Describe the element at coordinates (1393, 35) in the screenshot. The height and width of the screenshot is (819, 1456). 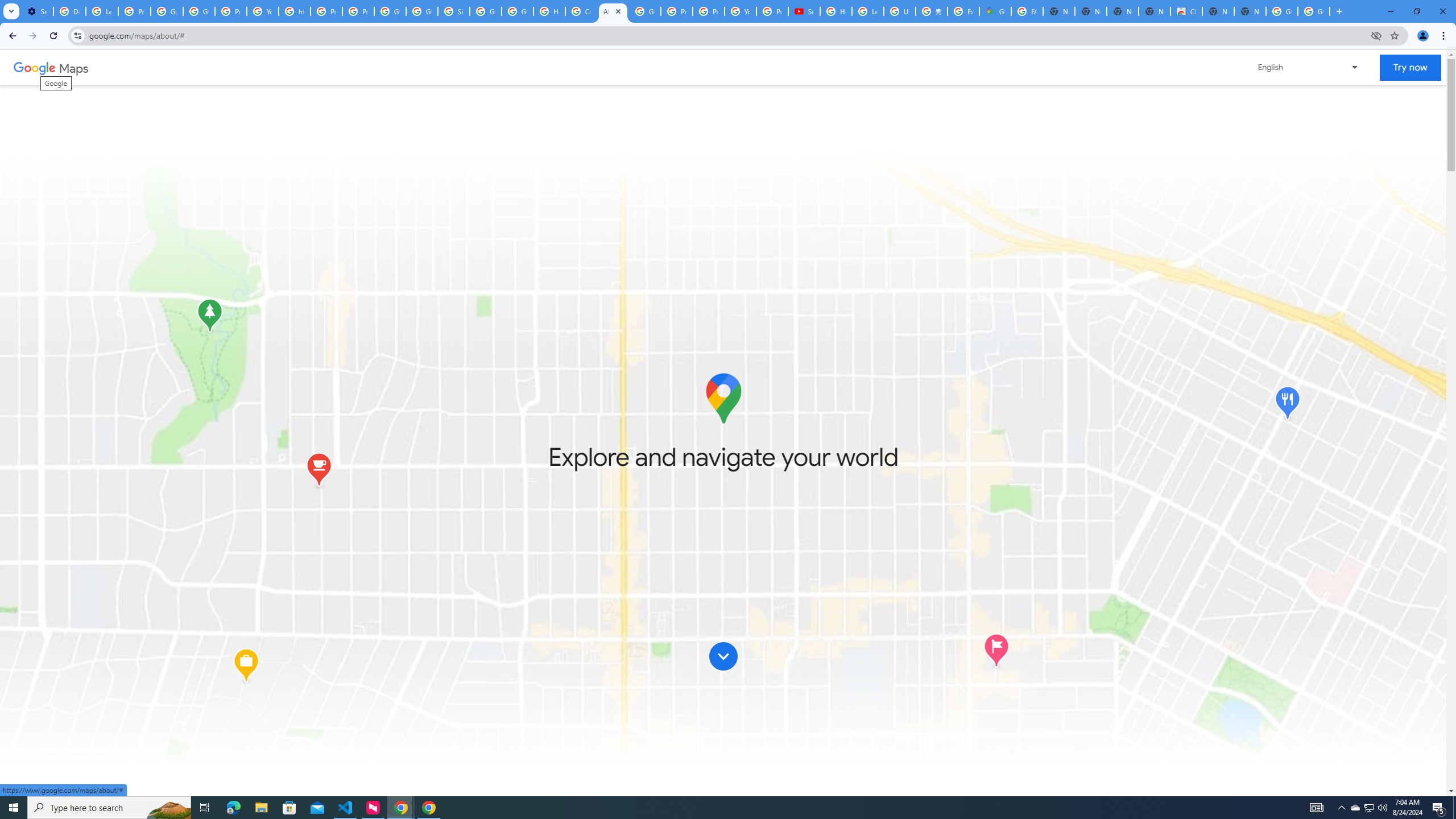
I see `'Bookmark this tab'` at that location.